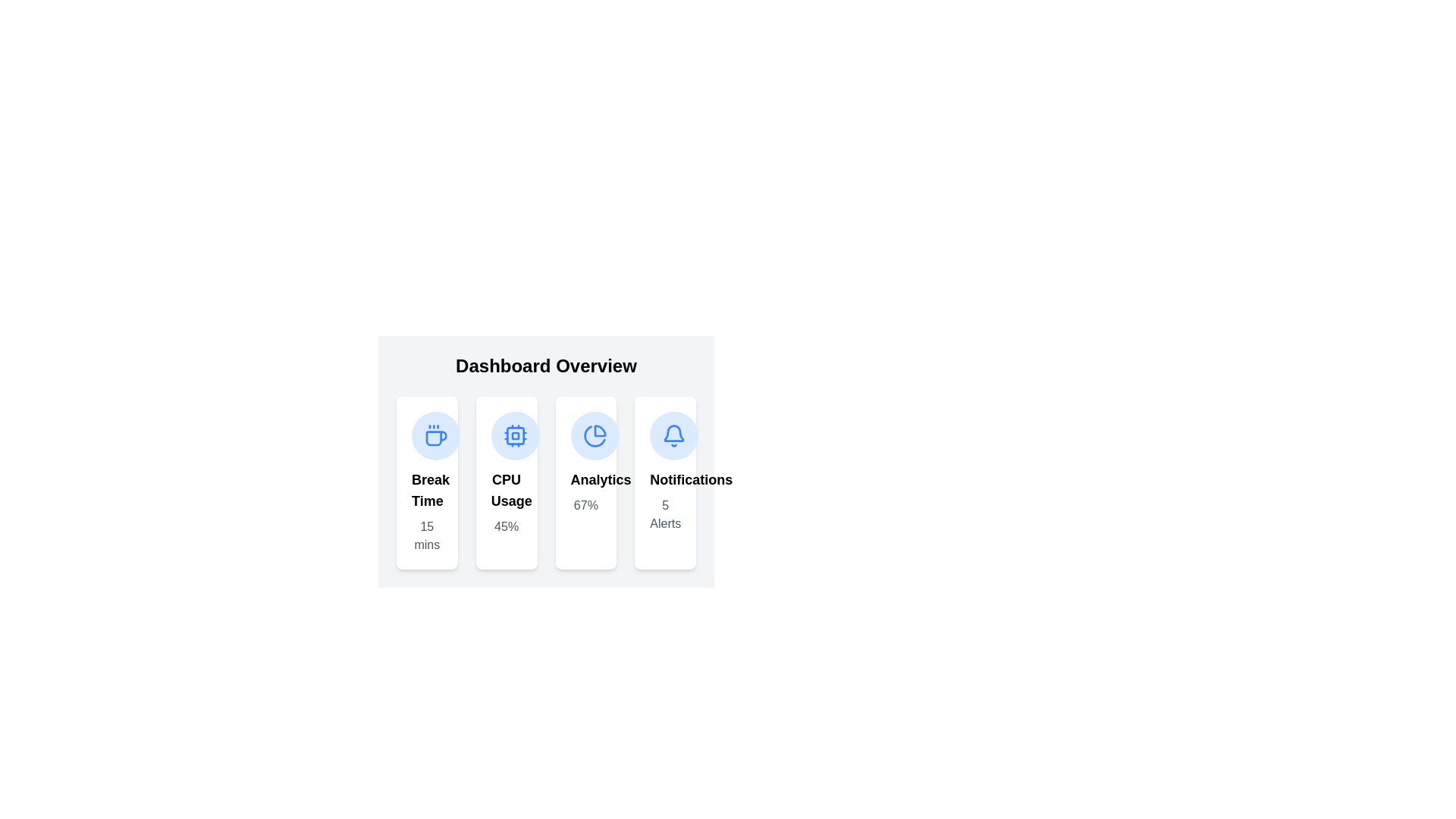  Describe the element at coordinates (585, 479) in the screenshot. I see `text label indicating the category 'Analytics' located in the third card from the left, which is displayed in a horizontal layout, with a percentage '67%' directly below it` at that location.